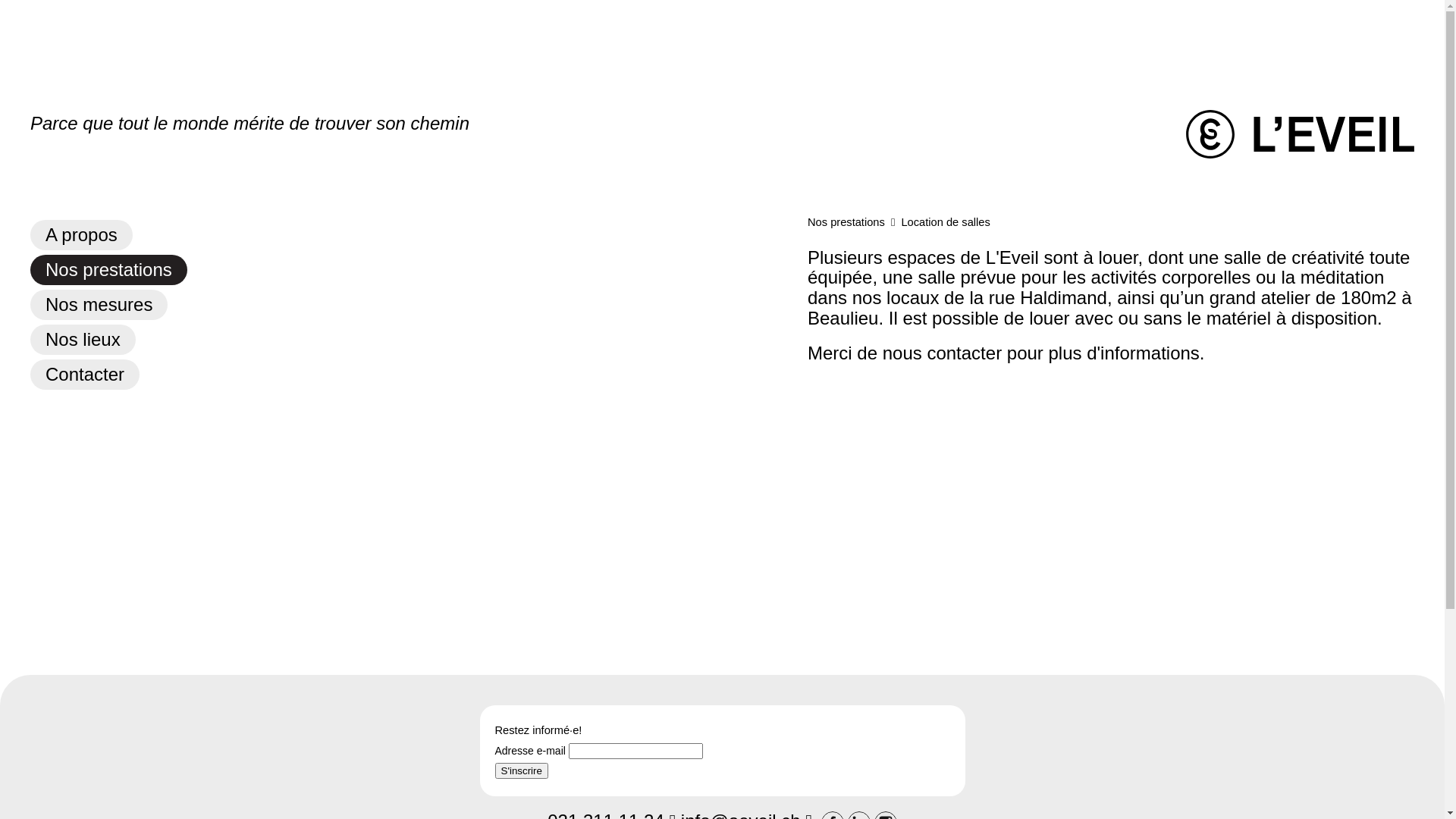 The image size is (1456, 819). Describe the element at coordinates (30, 304) in the screenshot. I see `'Nos mesures'` at that location.